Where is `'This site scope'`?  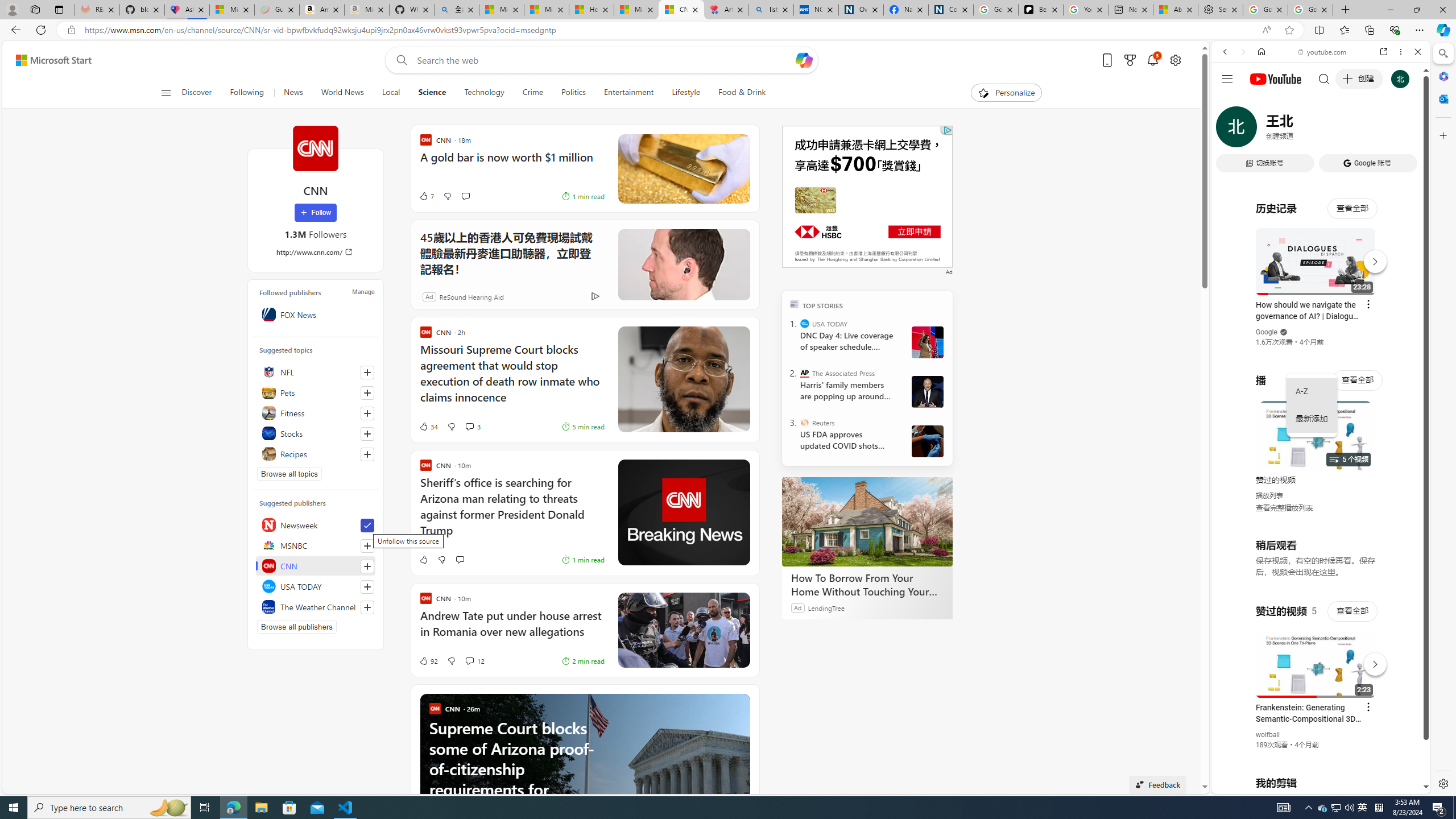 'This site scope' is located at coordinates (1259, 102).